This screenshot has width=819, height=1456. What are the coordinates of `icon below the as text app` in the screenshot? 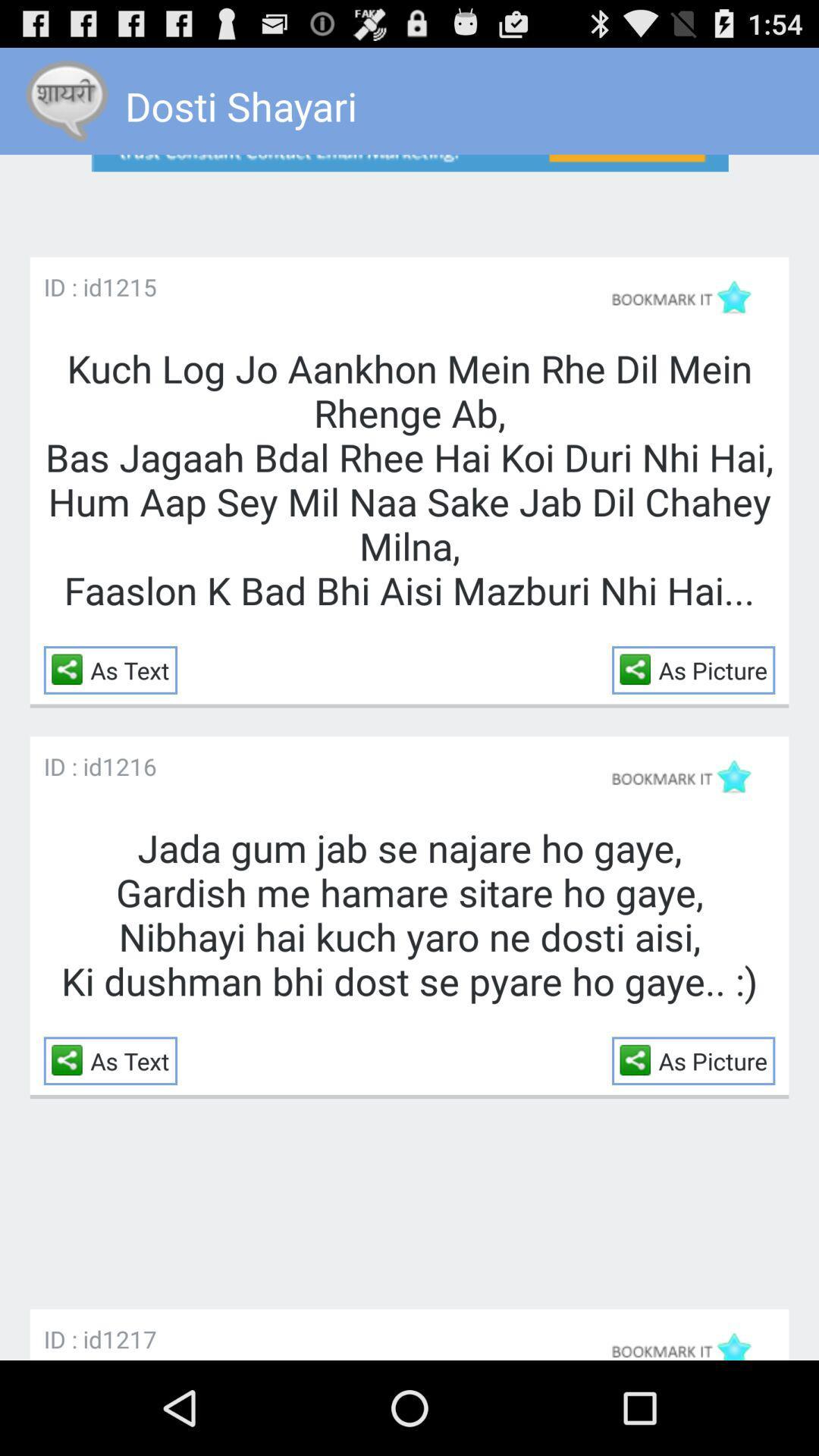 It's located at (128, 1338).